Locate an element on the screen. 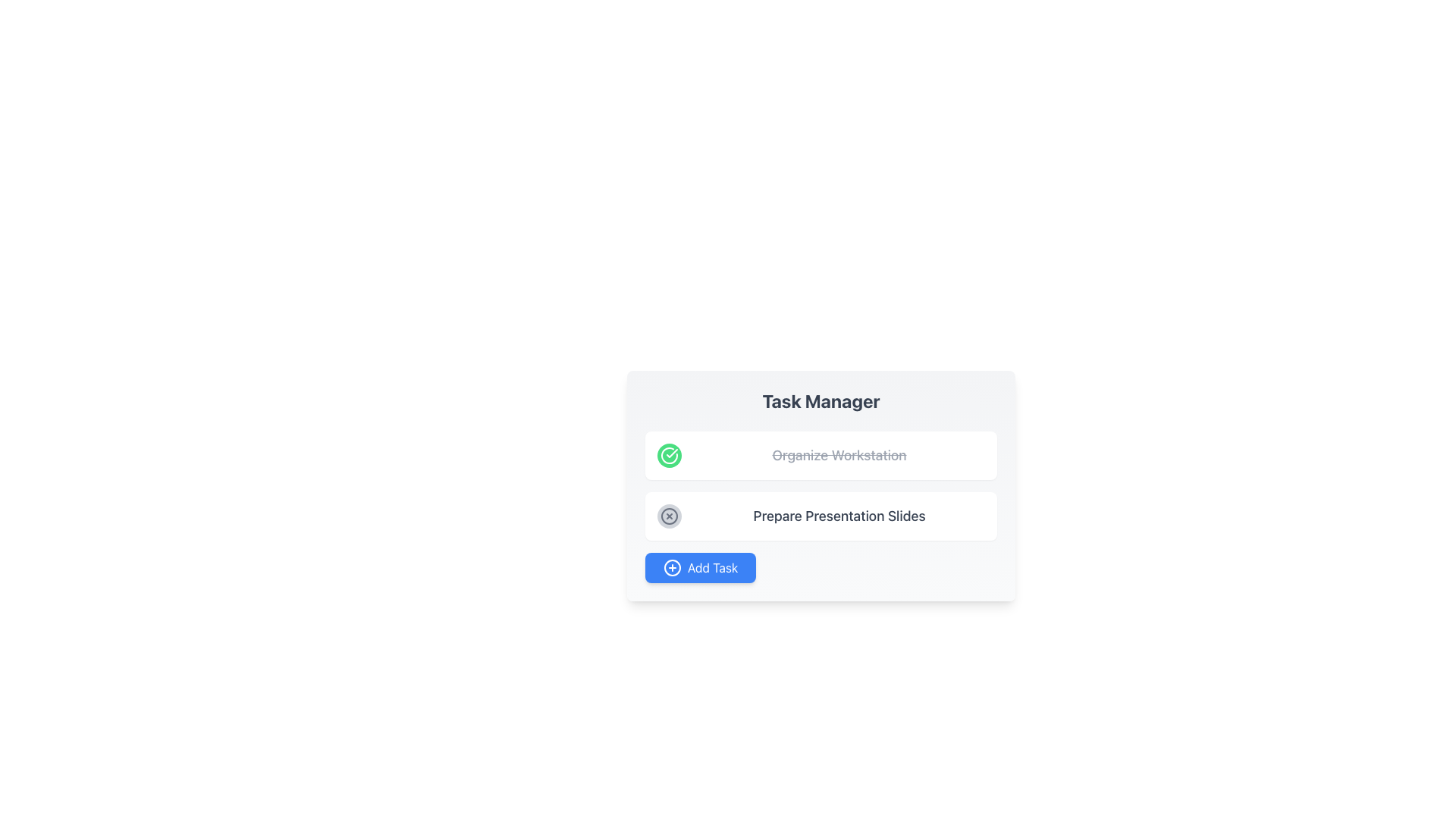  the blue circular icon with a white outline and white plus sign, located within the 'Add Task' button at the bottom center of the interface is located at coordinates (672, 567).